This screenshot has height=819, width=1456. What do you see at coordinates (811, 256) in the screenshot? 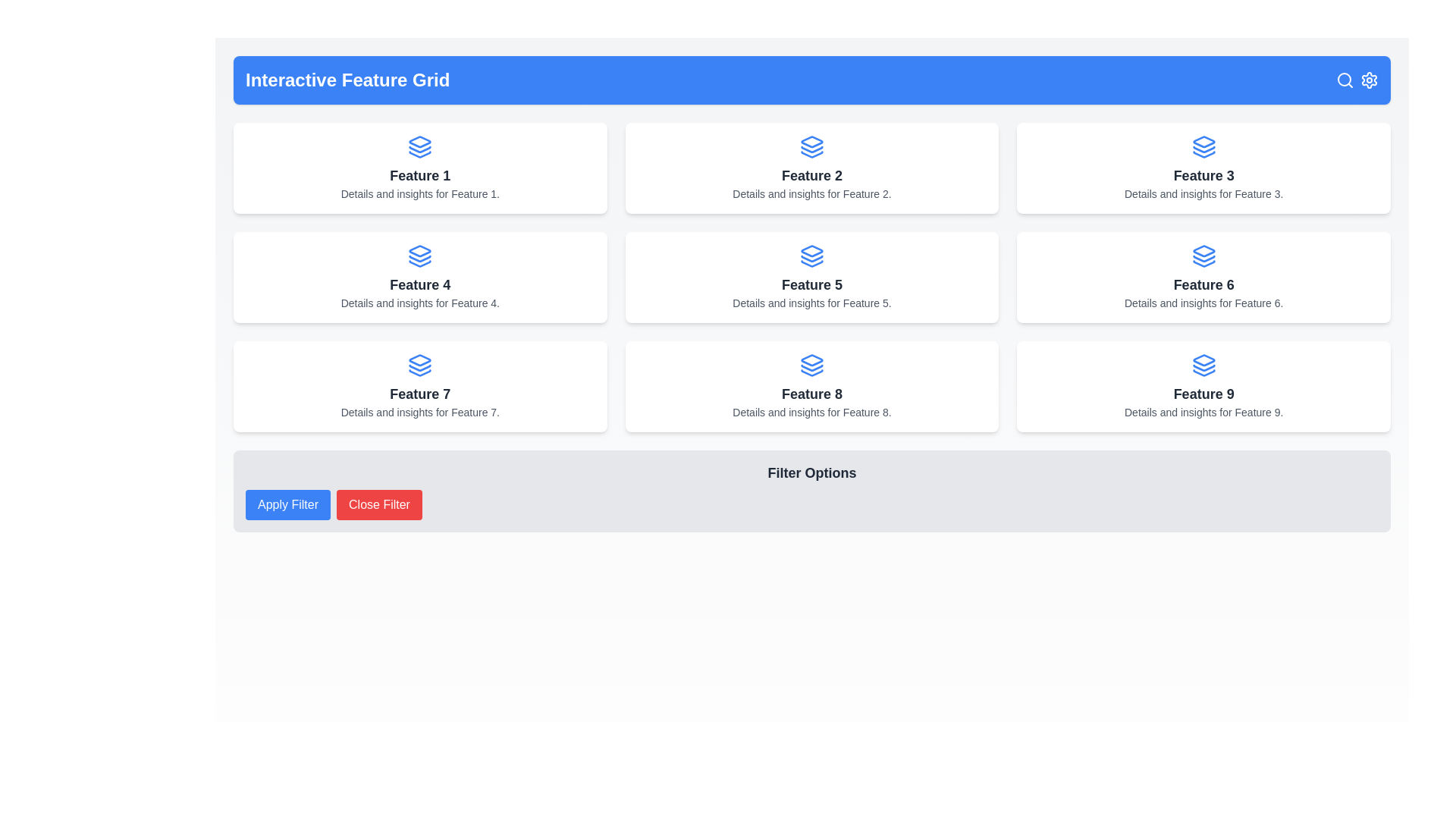
I see `the blue icon styled as a stack of layers located above the bold text labeled 'Feature 5'` at bounding box center [811, 256].